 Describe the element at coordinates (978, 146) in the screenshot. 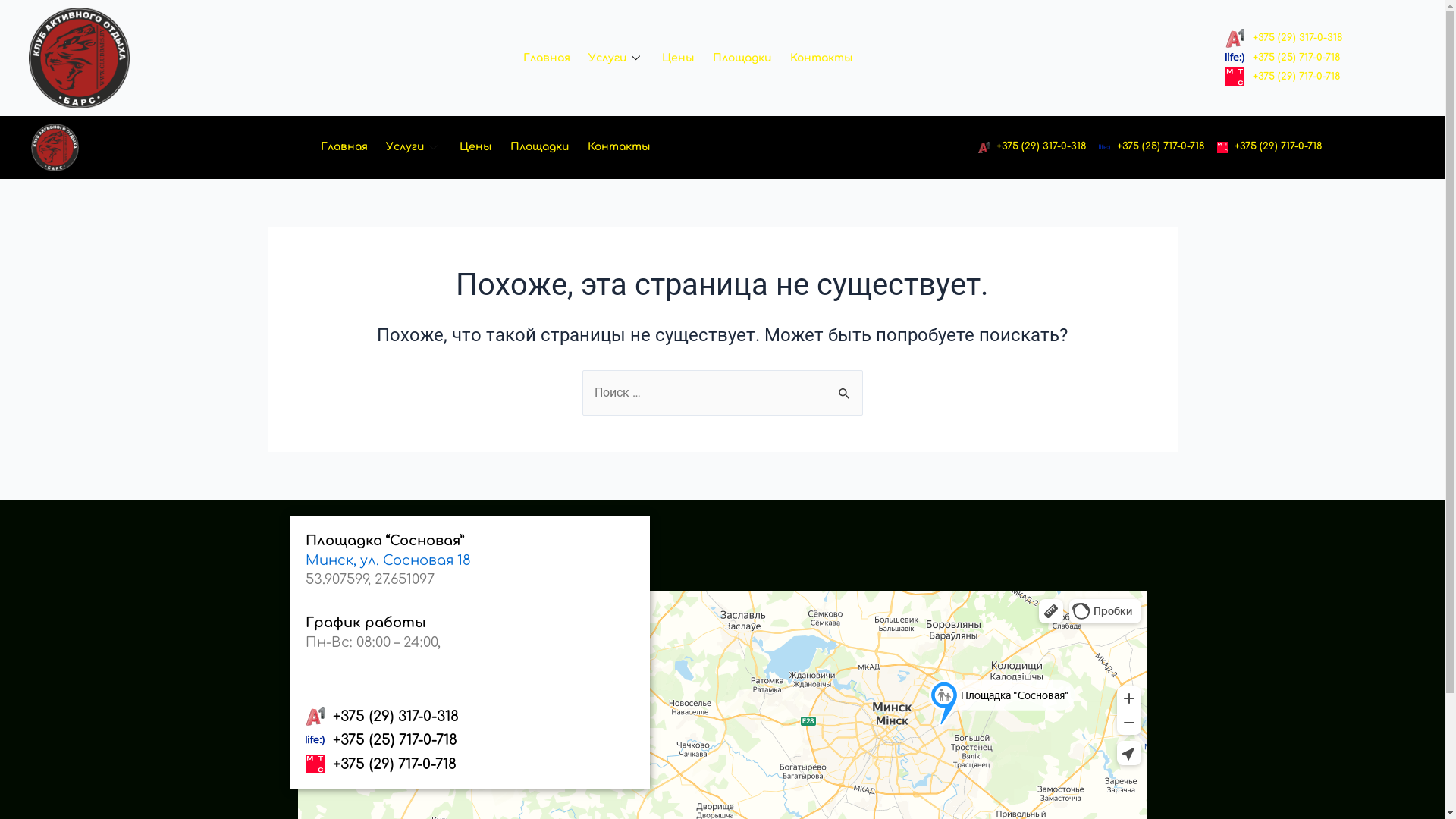

I see `'+375 (29) 317-0-318'` at that location.